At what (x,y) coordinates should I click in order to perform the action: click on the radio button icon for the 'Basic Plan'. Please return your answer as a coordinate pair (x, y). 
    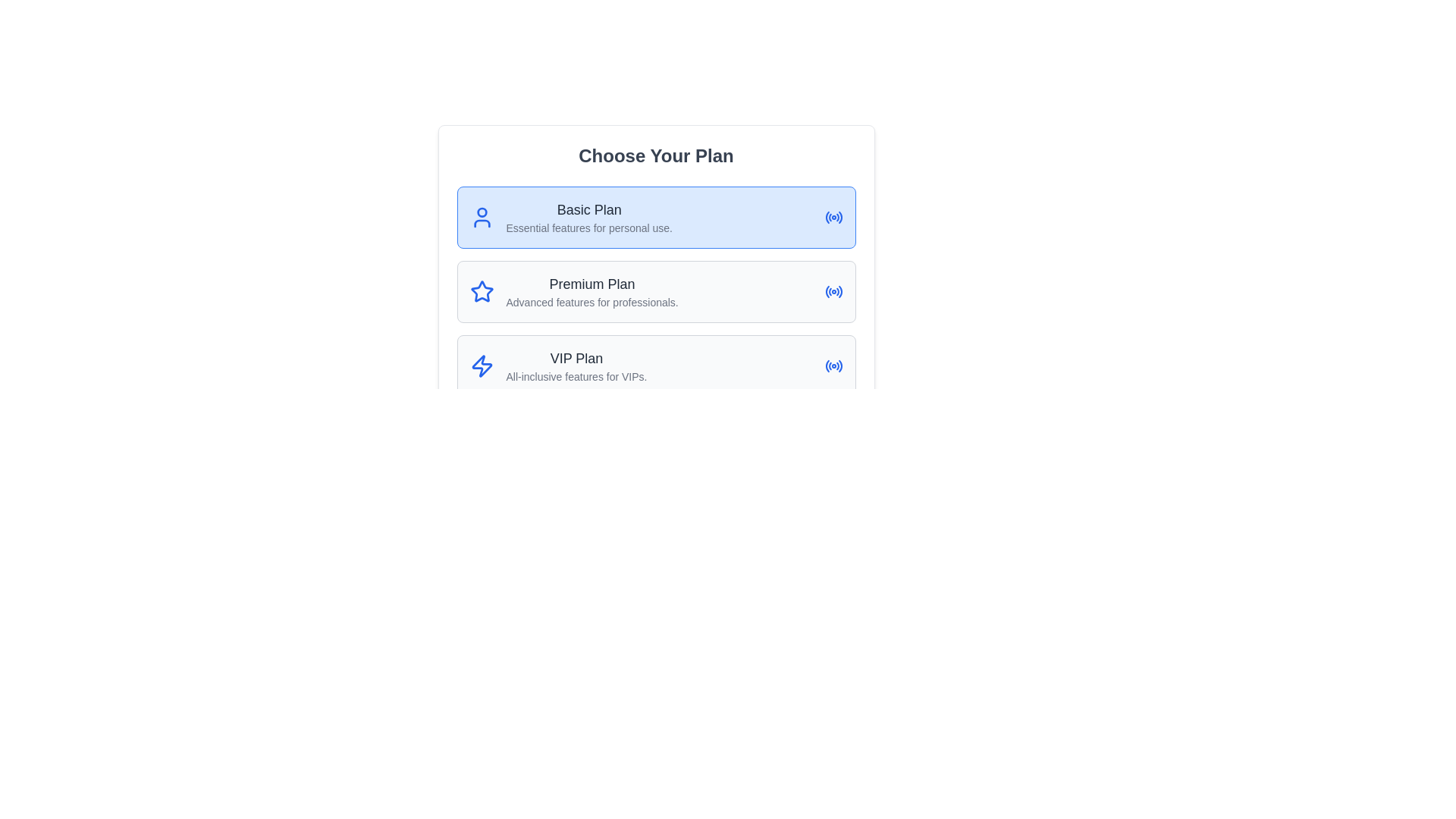
    Looking at the image, I should click on (833, 217).